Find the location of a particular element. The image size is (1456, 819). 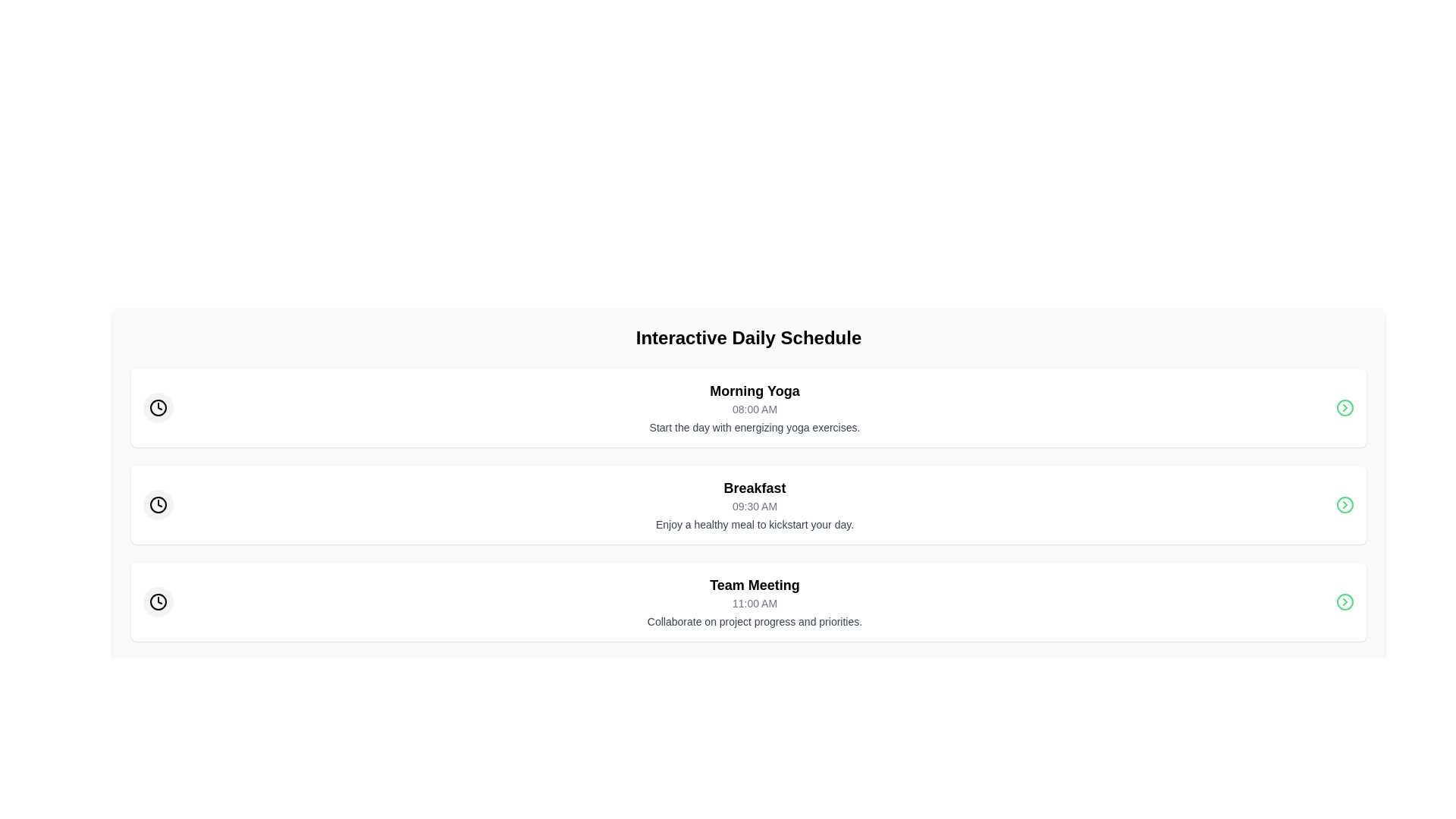

the circular graphic element within the icon set on the right side of the 'Breakfast' list item in the schedule interface is located at coordinates (1345, 505).